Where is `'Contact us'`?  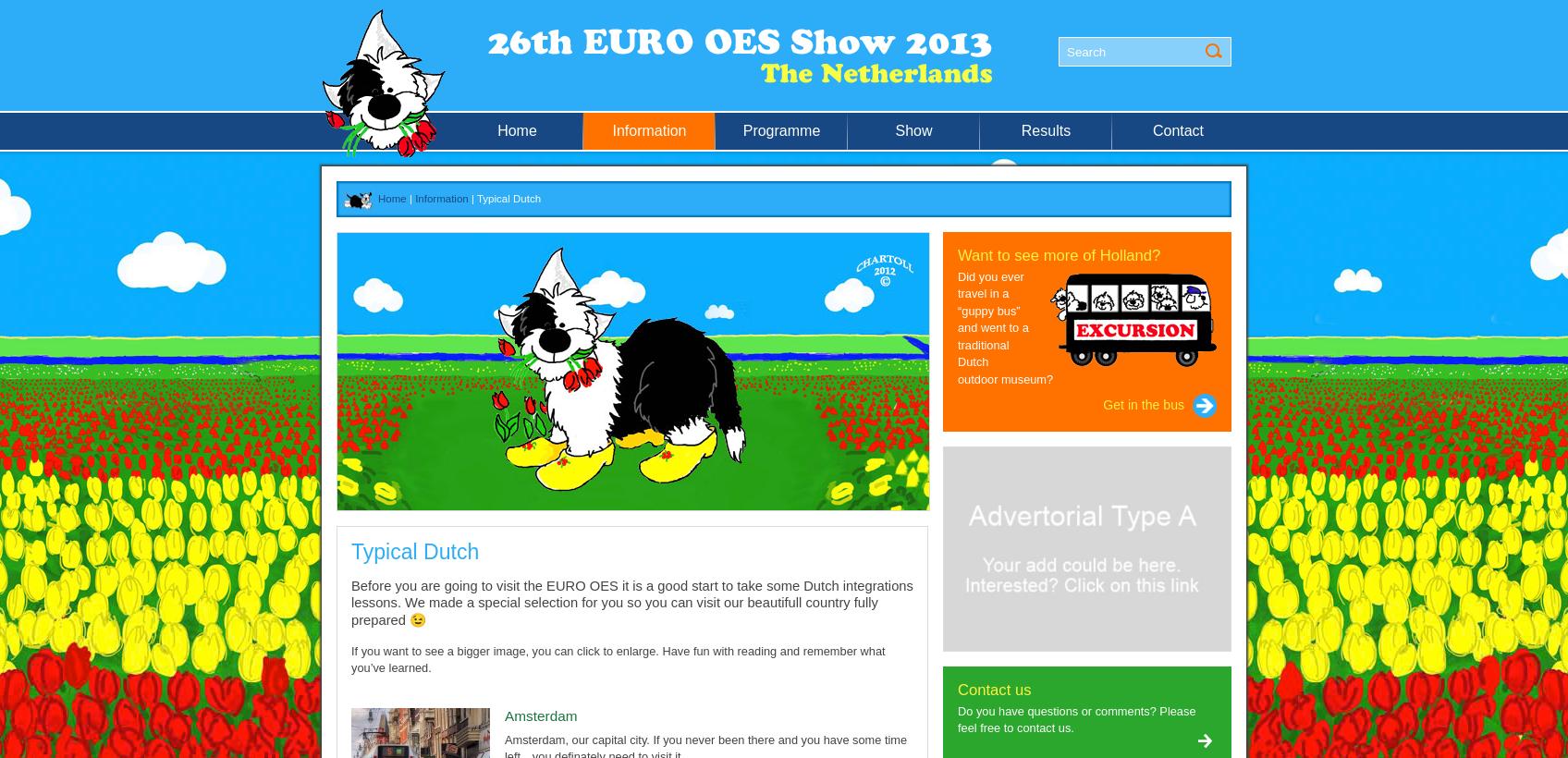 'Contact us' is located at coordinates (993, 688).